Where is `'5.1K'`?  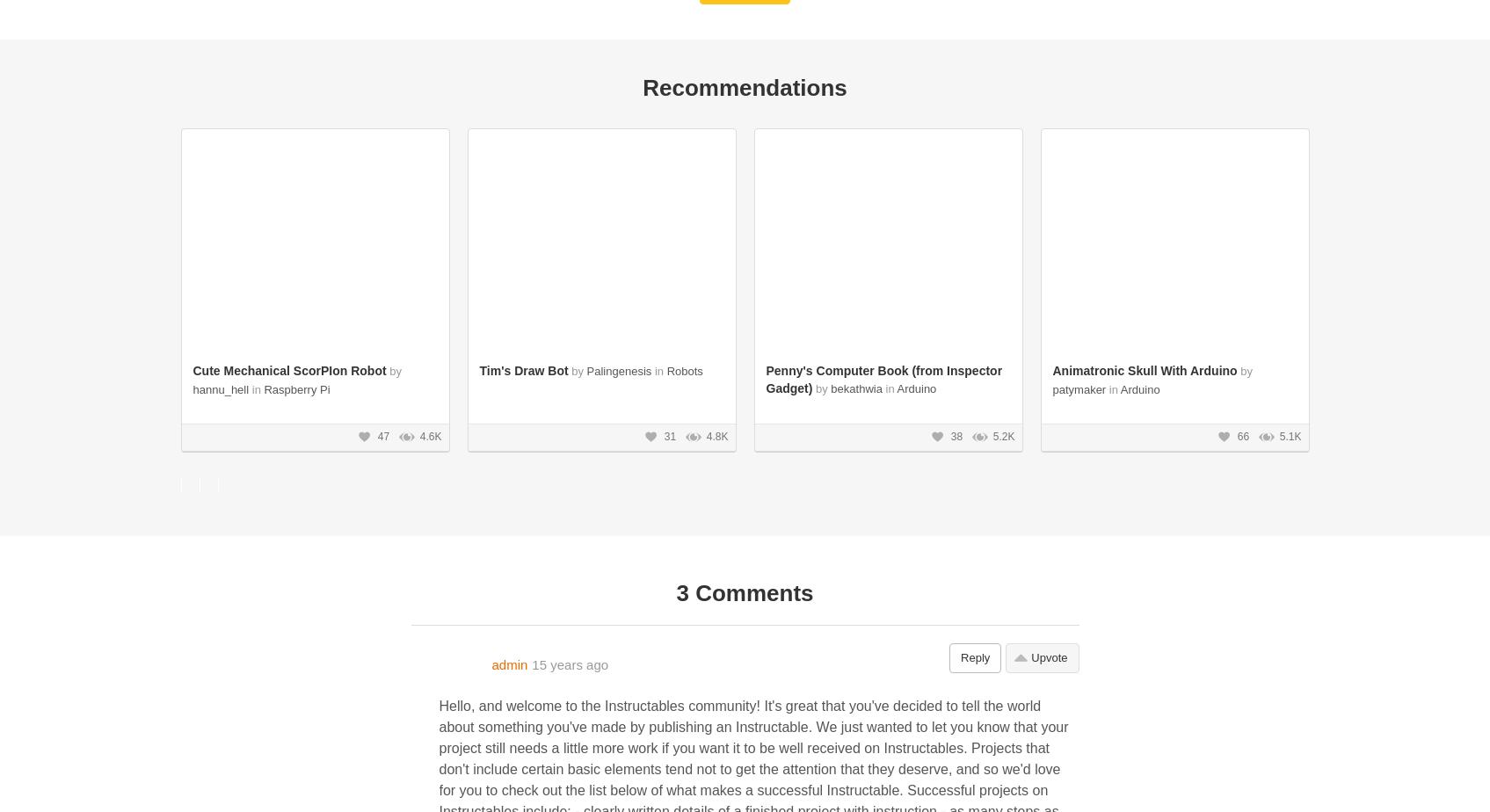
'5.1K' is located at coordinates (1289, 436).